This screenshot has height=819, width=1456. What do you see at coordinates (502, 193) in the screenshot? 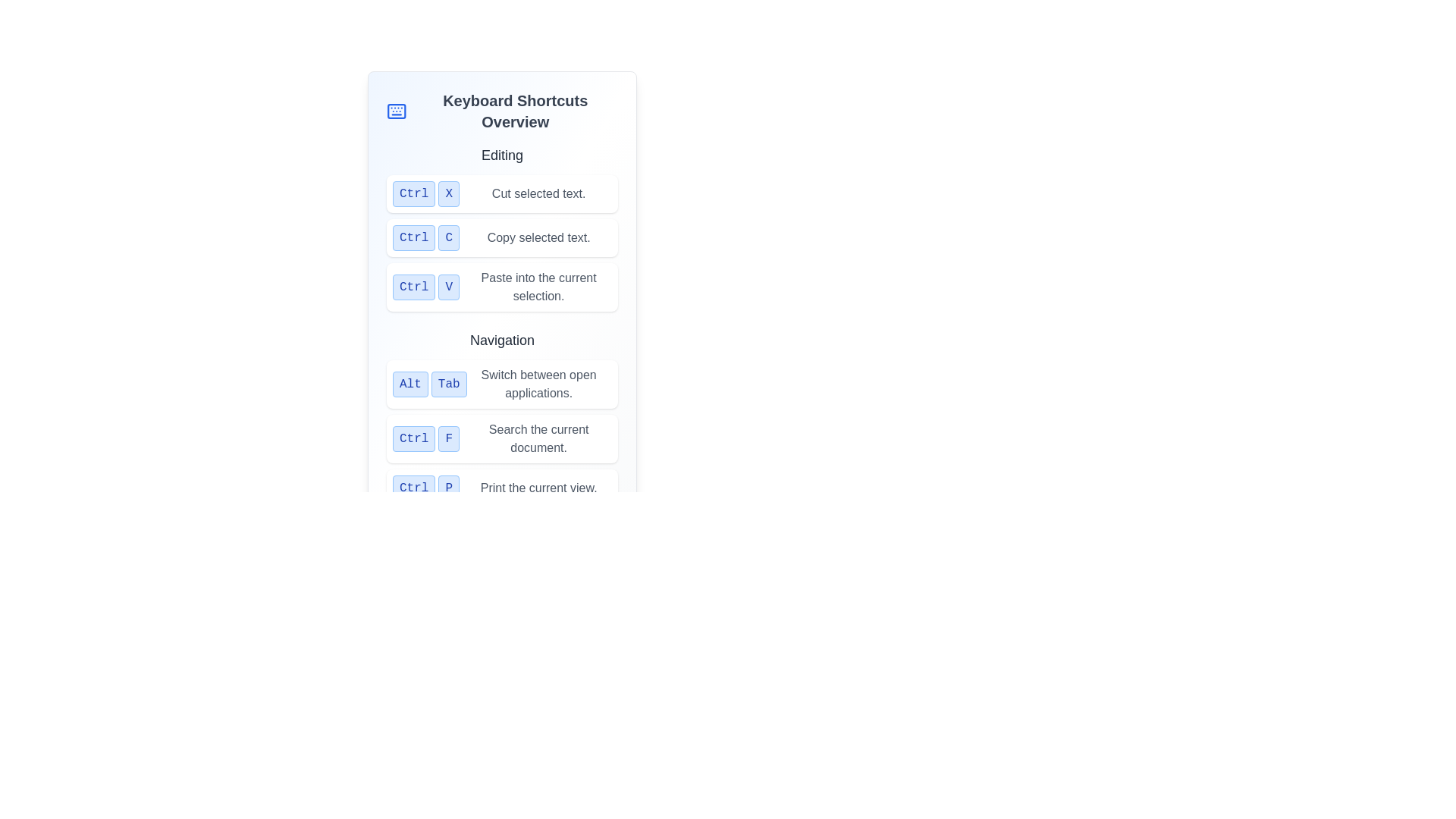
I see `the Label and description block that displays the keyboard shortcut 'Ctrl + X' for cutting selected text, which is styled with blue buttons and a white rounded background` at bounding box center [502, 193].